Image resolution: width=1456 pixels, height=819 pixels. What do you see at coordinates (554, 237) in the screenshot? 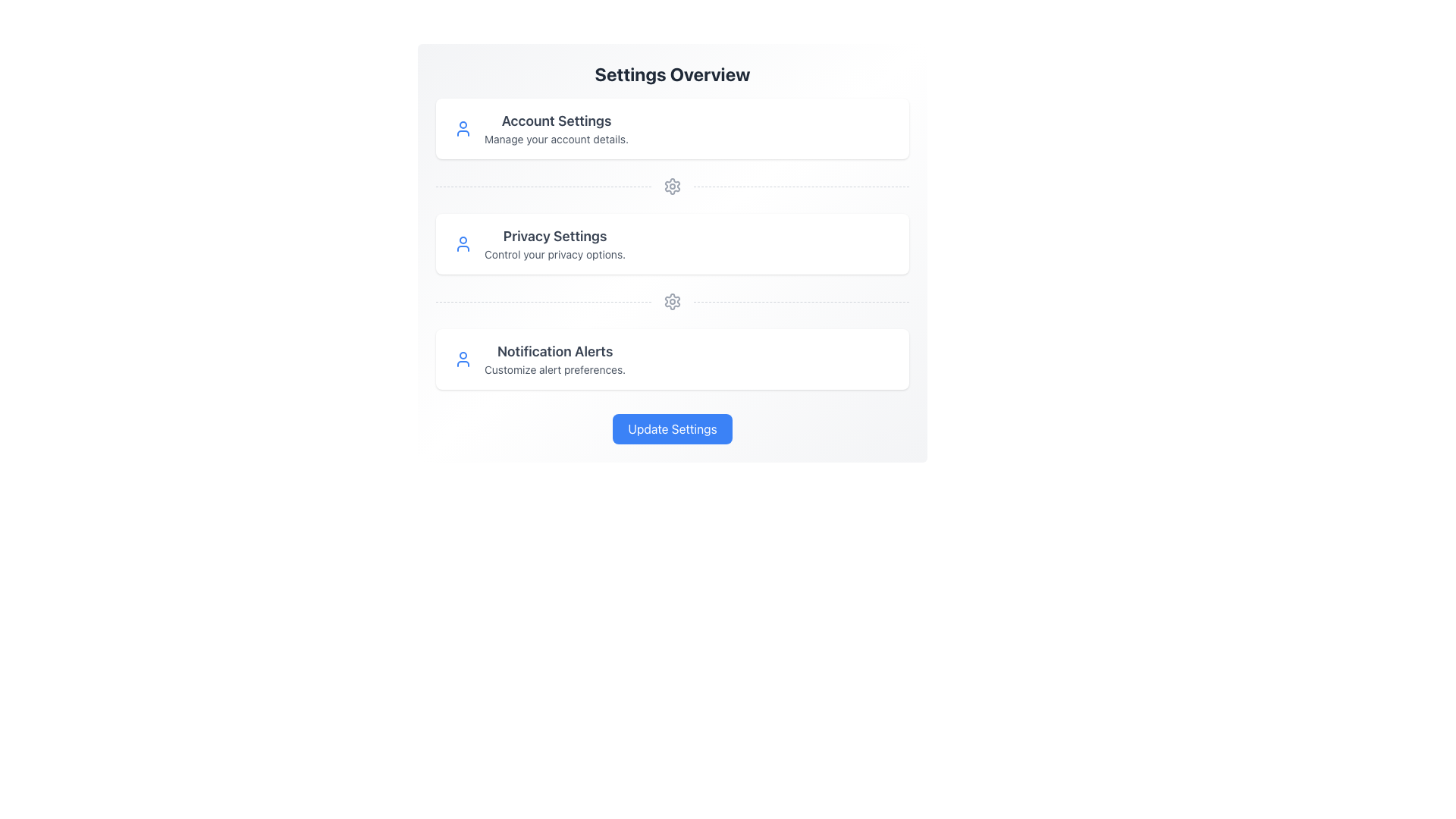
I see `the header title for the privacy-related settings section, which is the second entry in the 'Settings Overview' list, located beneath 'Account Settings'` at bounding box center [554, 237].